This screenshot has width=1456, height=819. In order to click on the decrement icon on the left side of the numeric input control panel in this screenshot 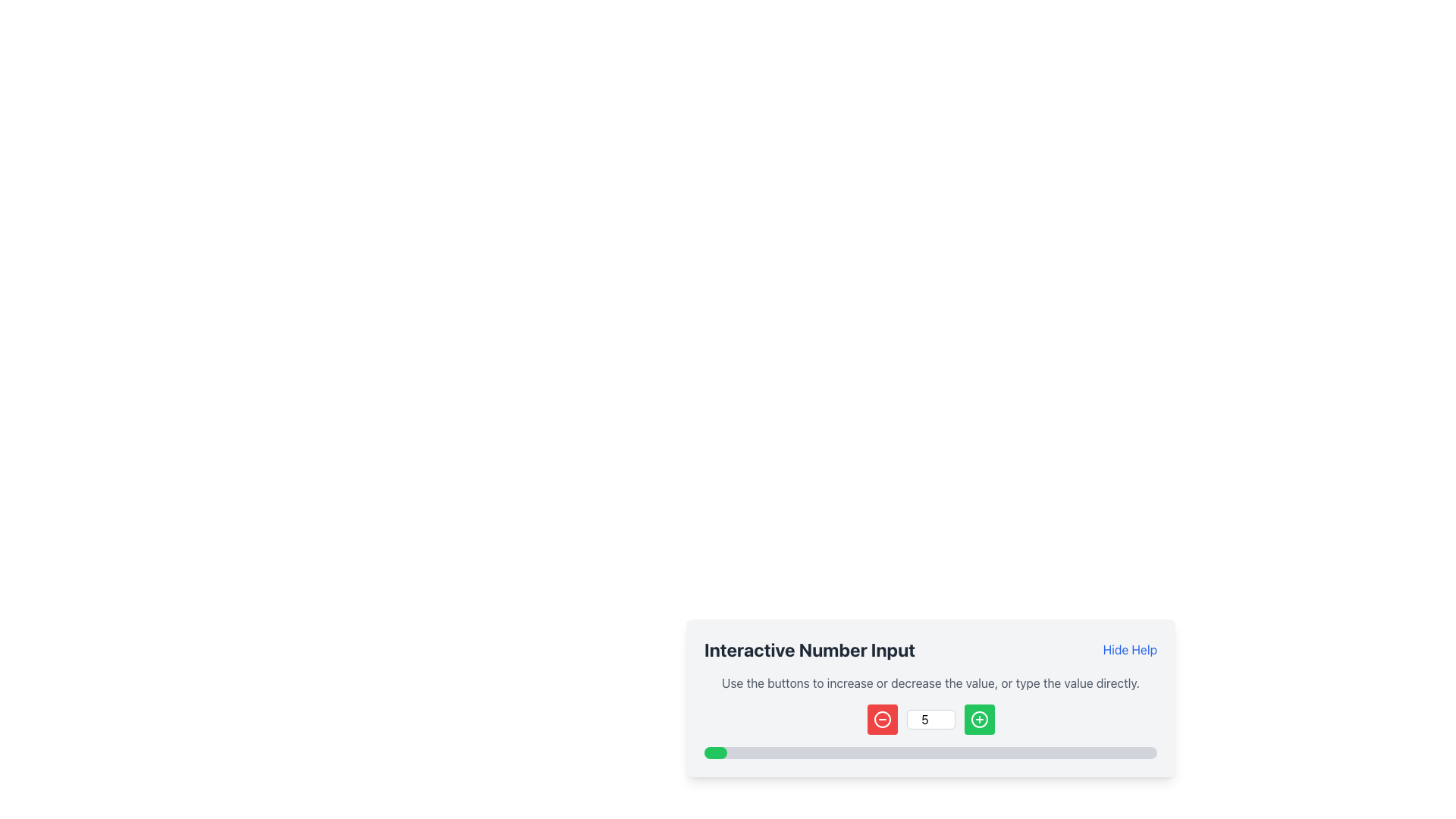, I will do `click(882, 718)`.